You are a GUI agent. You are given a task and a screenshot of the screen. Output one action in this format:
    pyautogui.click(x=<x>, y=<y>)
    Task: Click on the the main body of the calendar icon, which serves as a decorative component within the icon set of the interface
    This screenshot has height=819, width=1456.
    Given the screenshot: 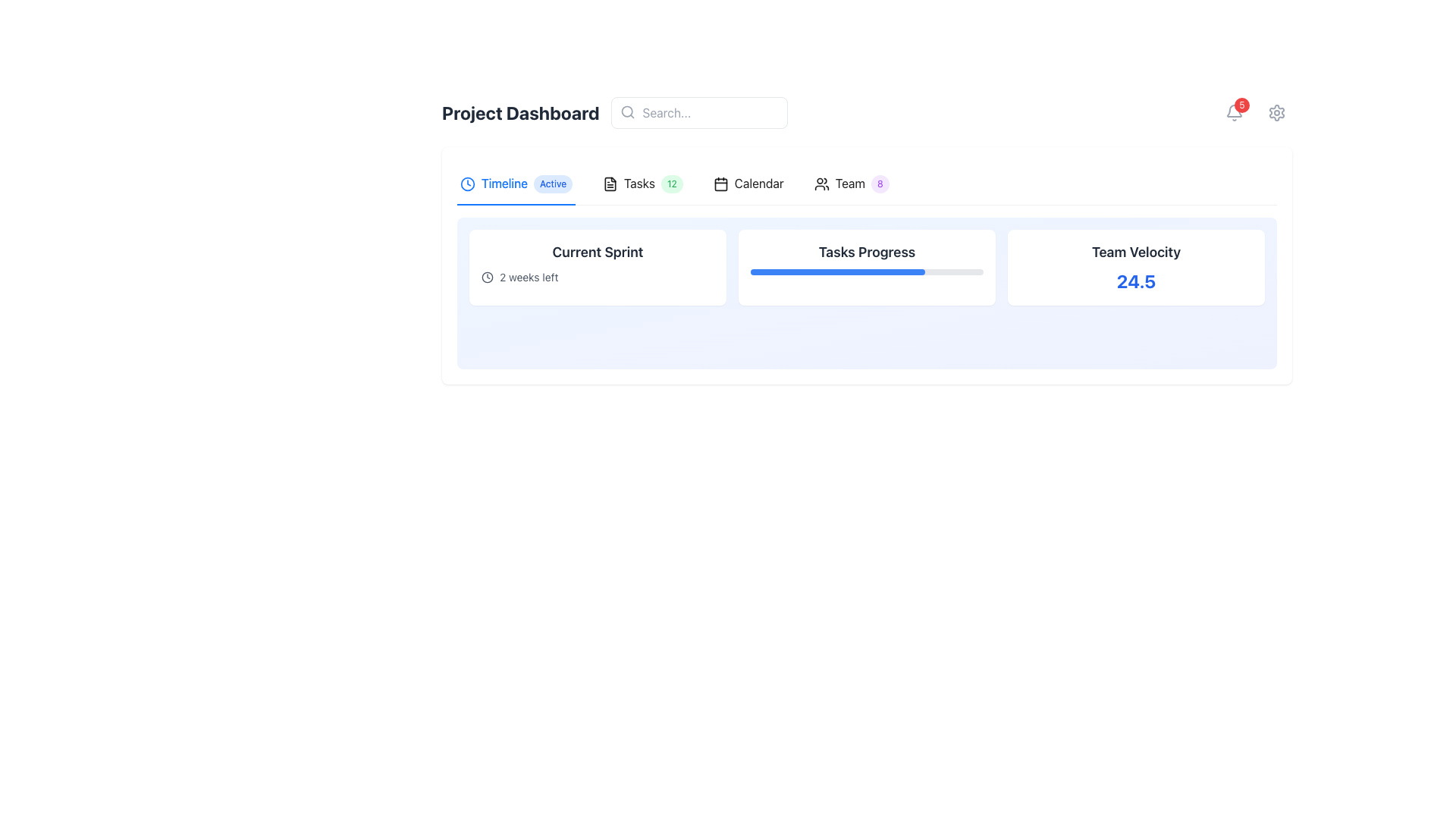 What is the action you would take?
    pyautogui.click(x=720, y=184)
    